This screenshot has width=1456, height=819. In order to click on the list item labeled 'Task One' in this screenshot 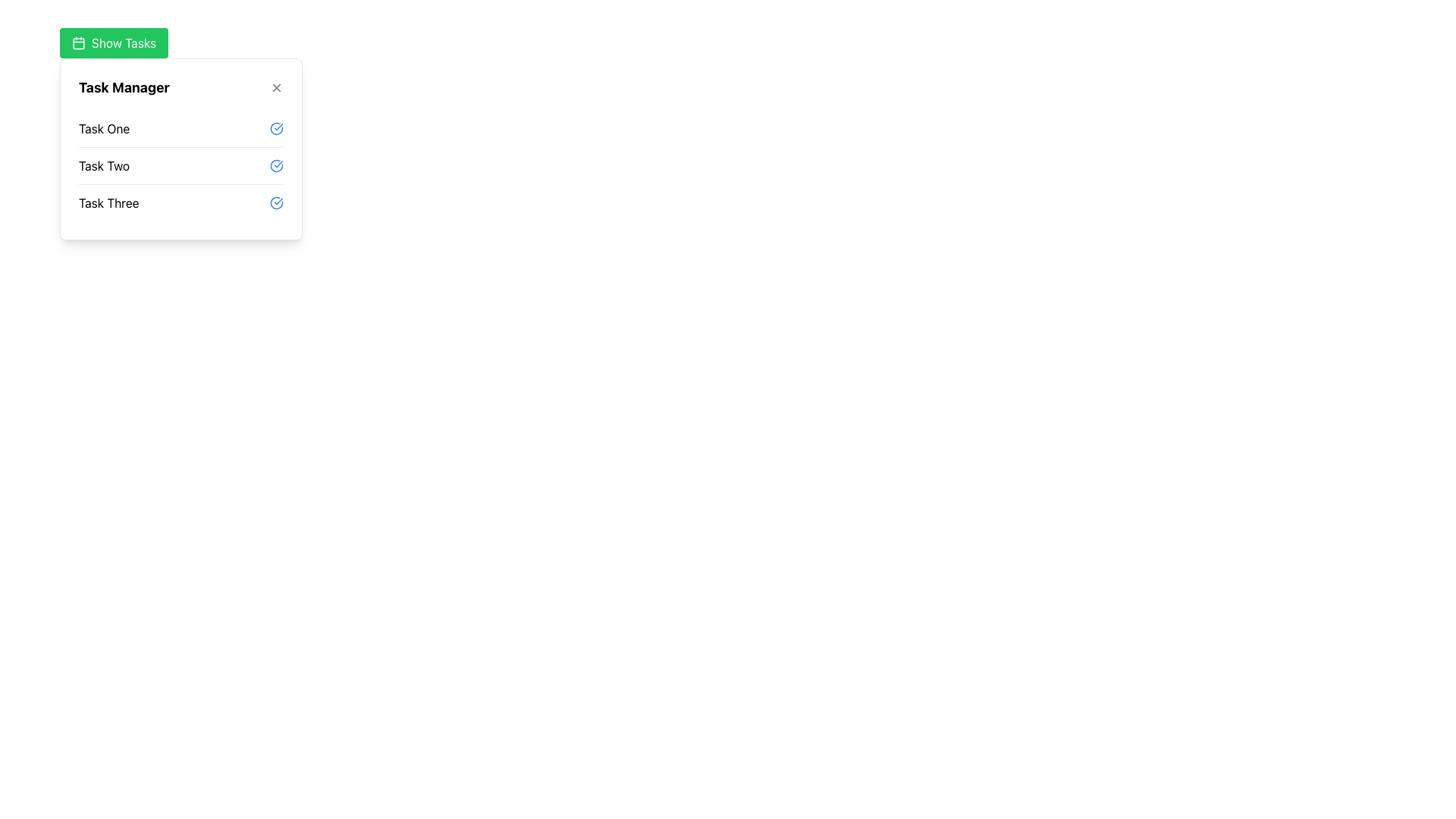, I will do `click(181, 127)`.